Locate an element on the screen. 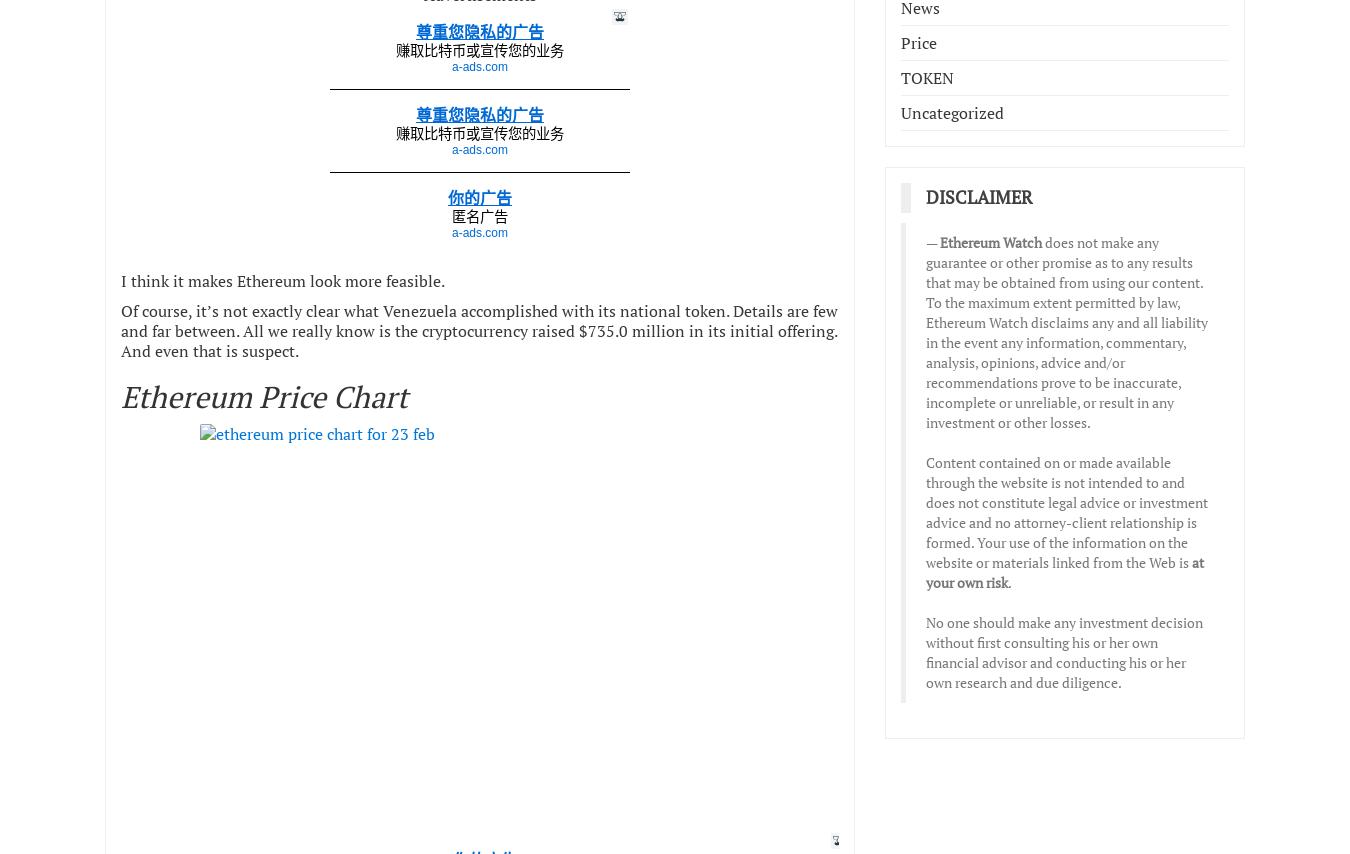 The image size is (1350, 854). 'does not make any guarantee or other promise as to any results that may be obtained from using our content. To the maximum extent permitted by law, Ethereum Watch disclaims any and all liability in the event any information, commentary, analysis, opinions, advice and/or recommendations prove to be inaccurate, incomplete or unreliable, or result in any investment or other losses.' is located at coordinates (1067, 330).